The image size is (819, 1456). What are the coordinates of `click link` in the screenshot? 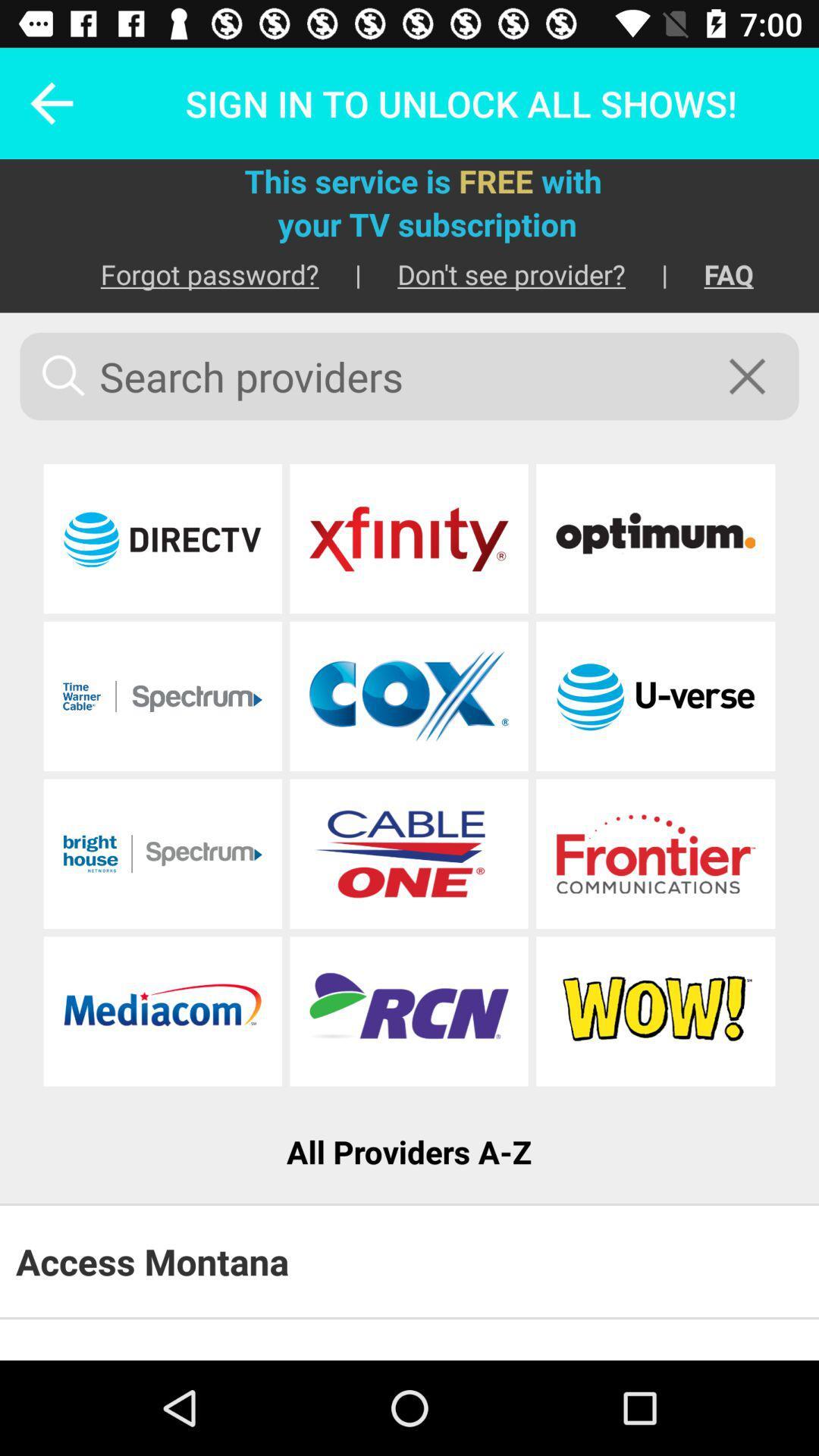 It's located at (408, 538).